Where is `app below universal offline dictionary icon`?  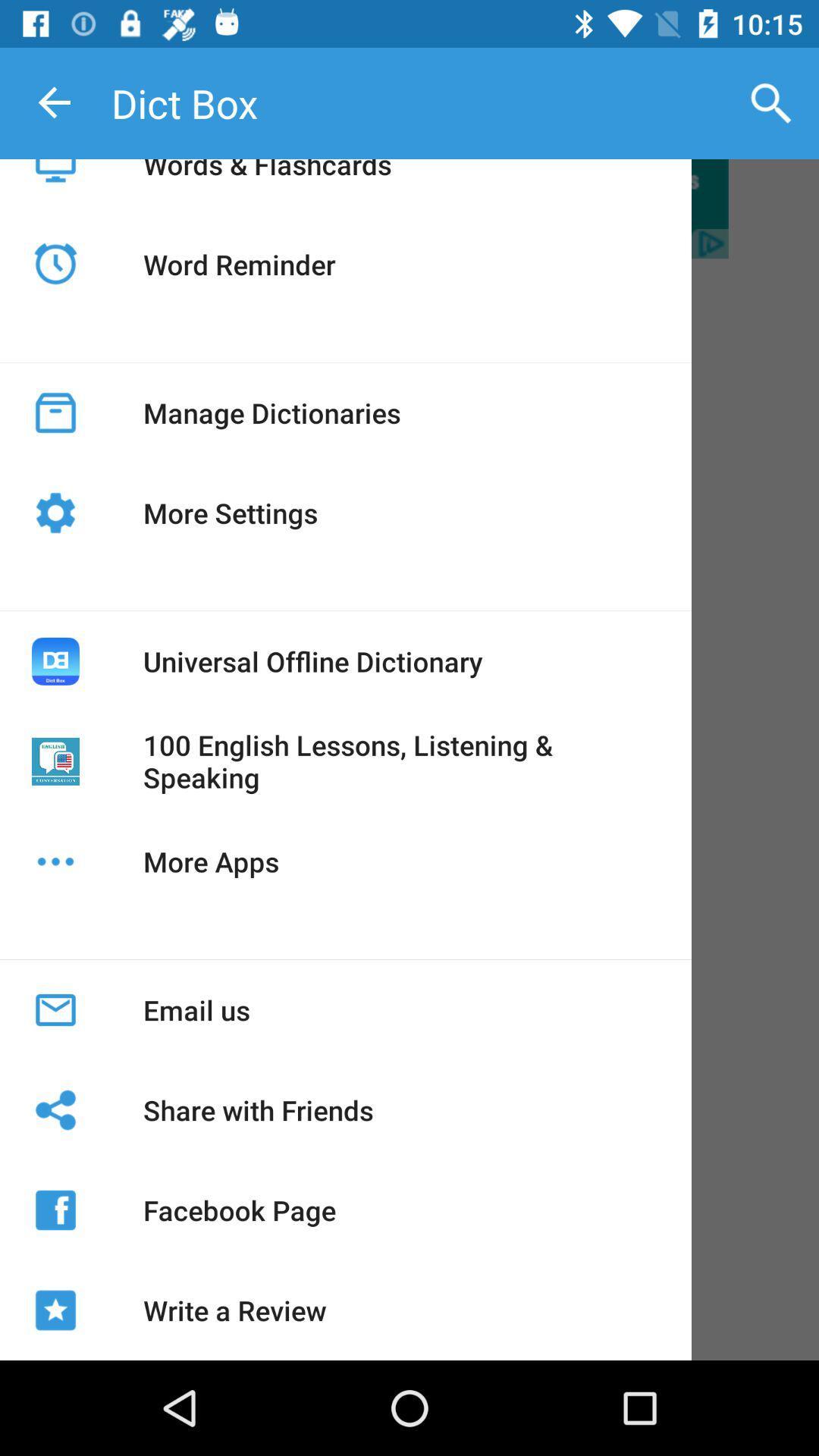
app below universal offline dictionary icon is located at coordinates (400, 761).